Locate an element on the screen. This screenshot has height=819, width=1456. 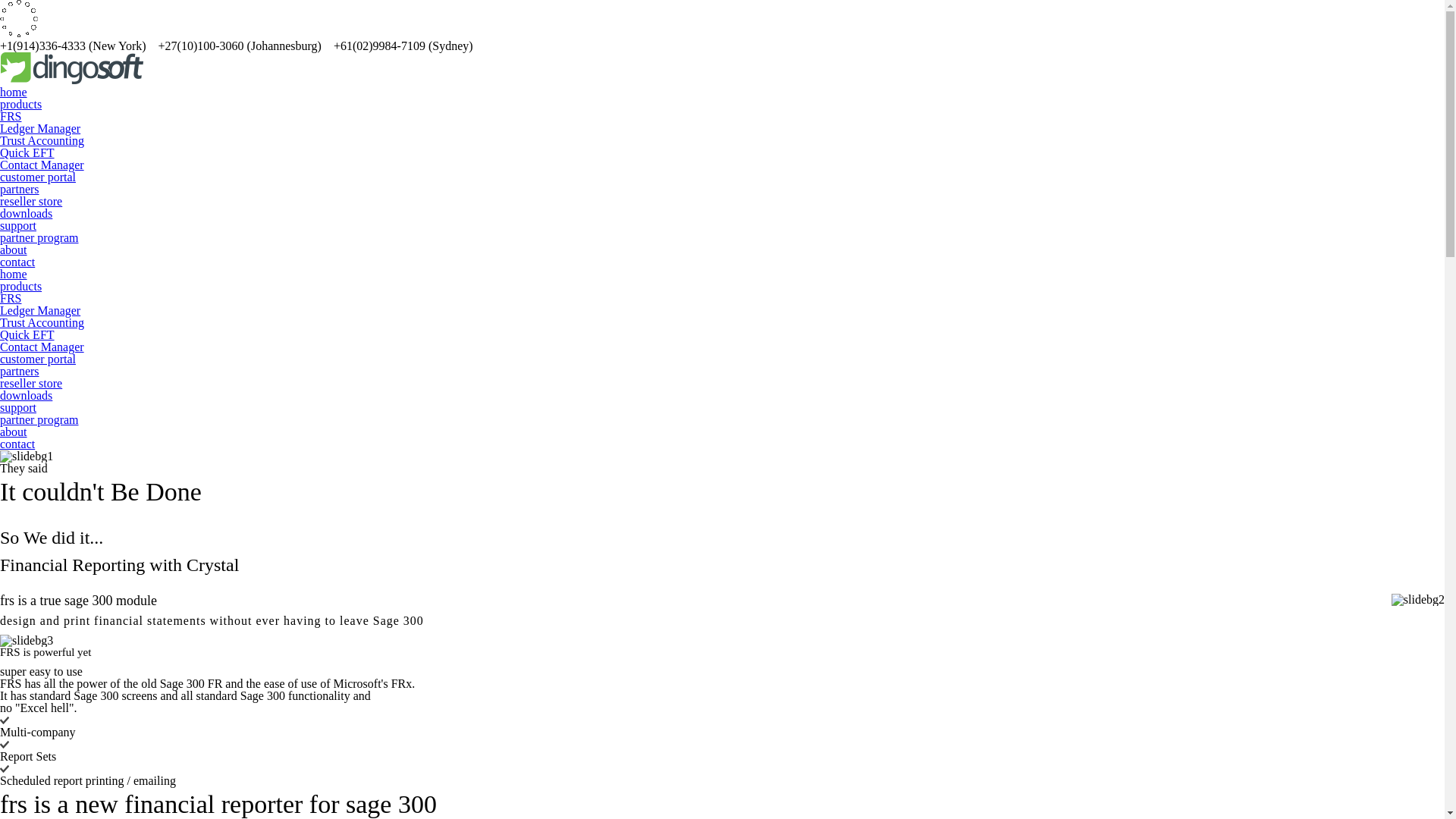
'Trust Accounting' is located at coordinates (0, 322).